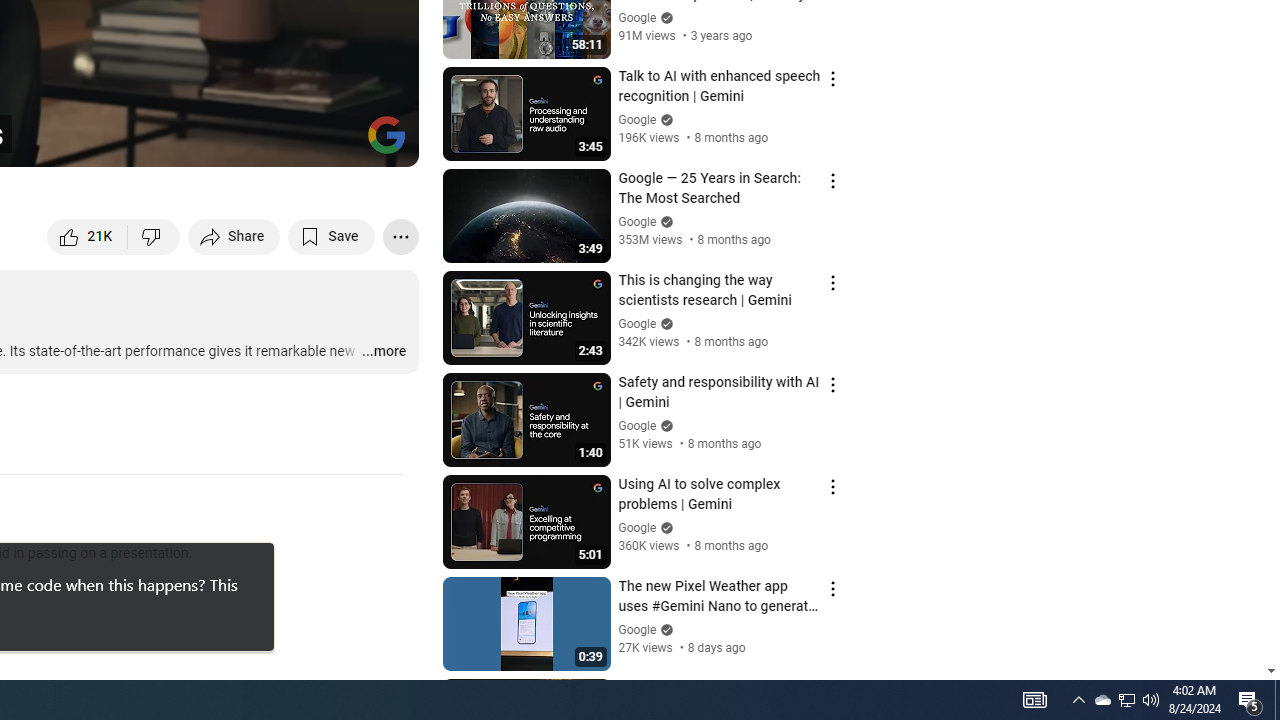 The width and height of the screenshot is (1280, 720). Describe the element at coordinates (234, 235) in the screenshot. I see `'Share'` at that location.